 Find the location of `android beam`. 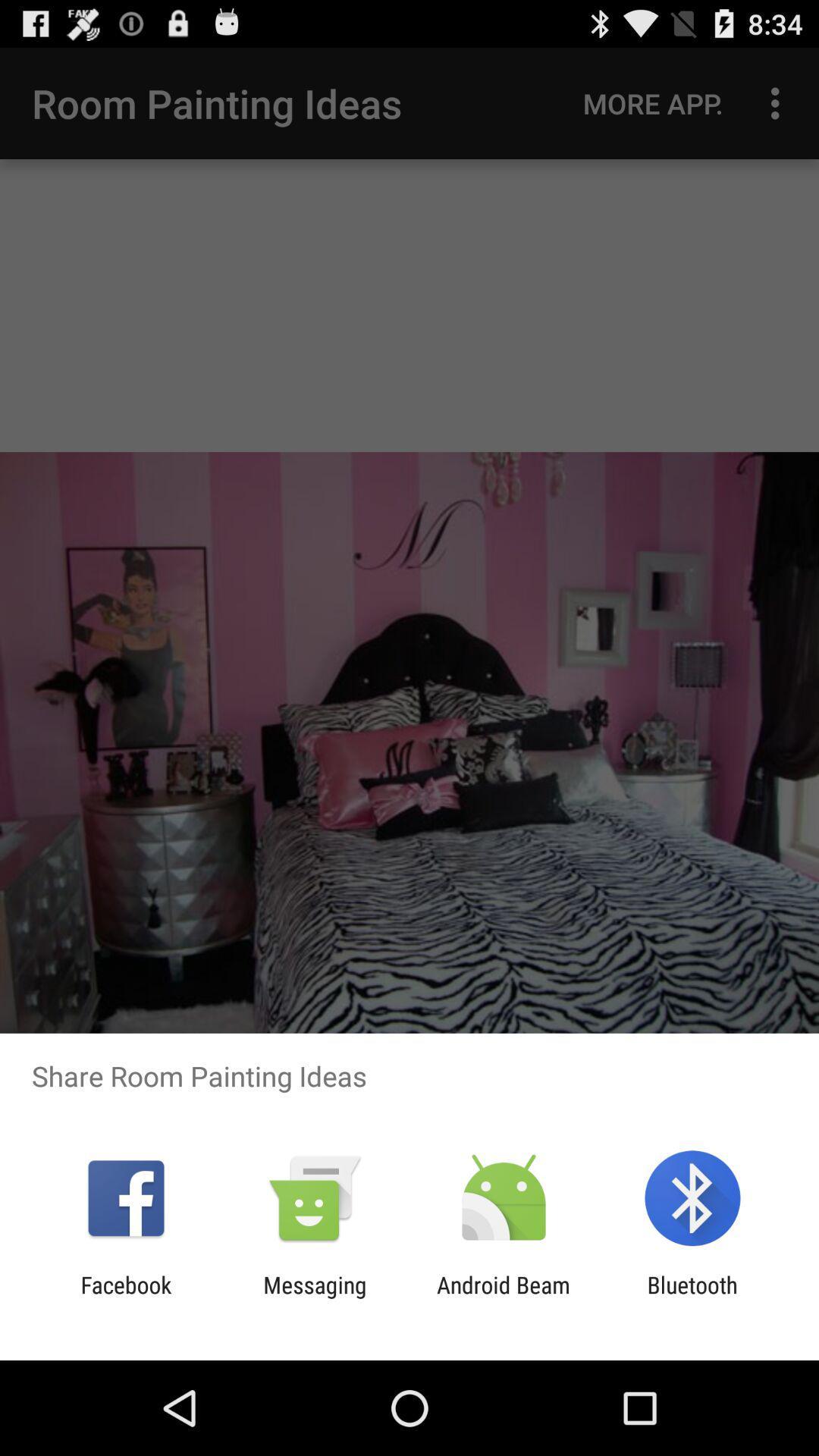

android beam is located at coordinates (504, 1298).